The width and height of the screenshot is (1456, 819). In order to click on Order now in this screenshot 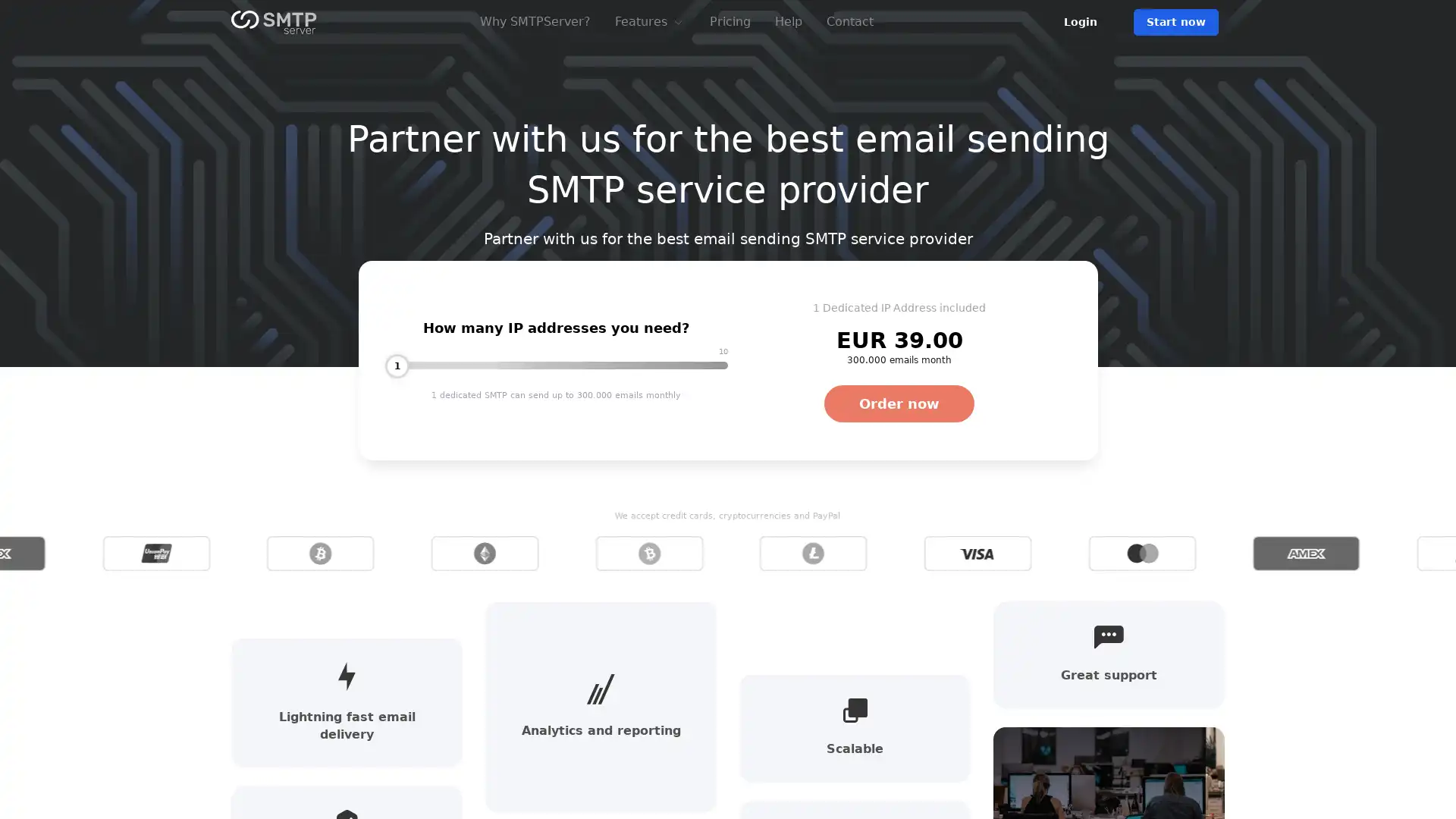, I will do `click(899, 402)`.